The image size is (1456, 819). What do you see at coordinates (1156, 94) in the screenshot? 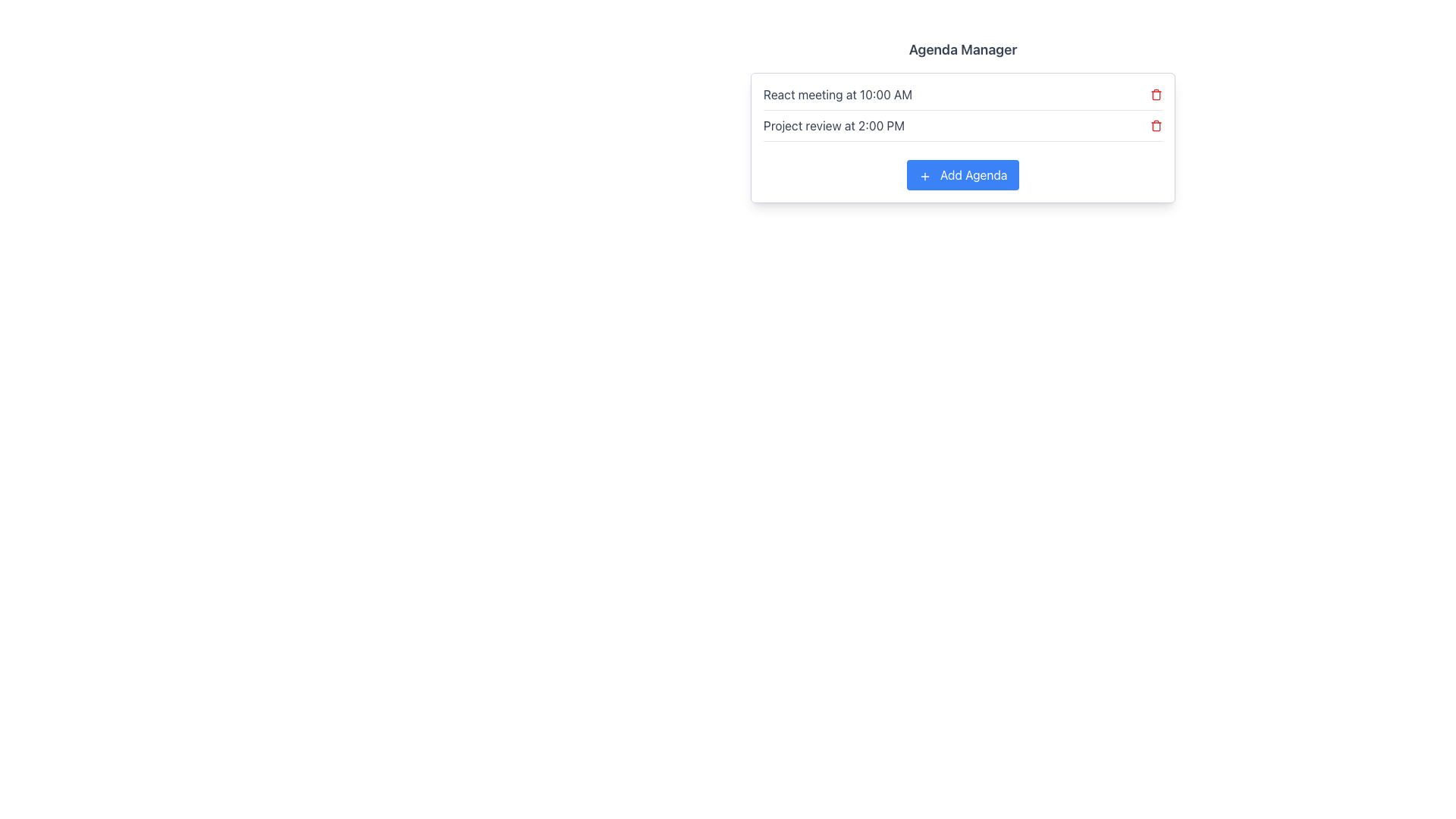
I see `the trash can icon button, which is red and located to the right of the text 'React meeting at 10:00 AM'` at bounding box center [1156, 94].